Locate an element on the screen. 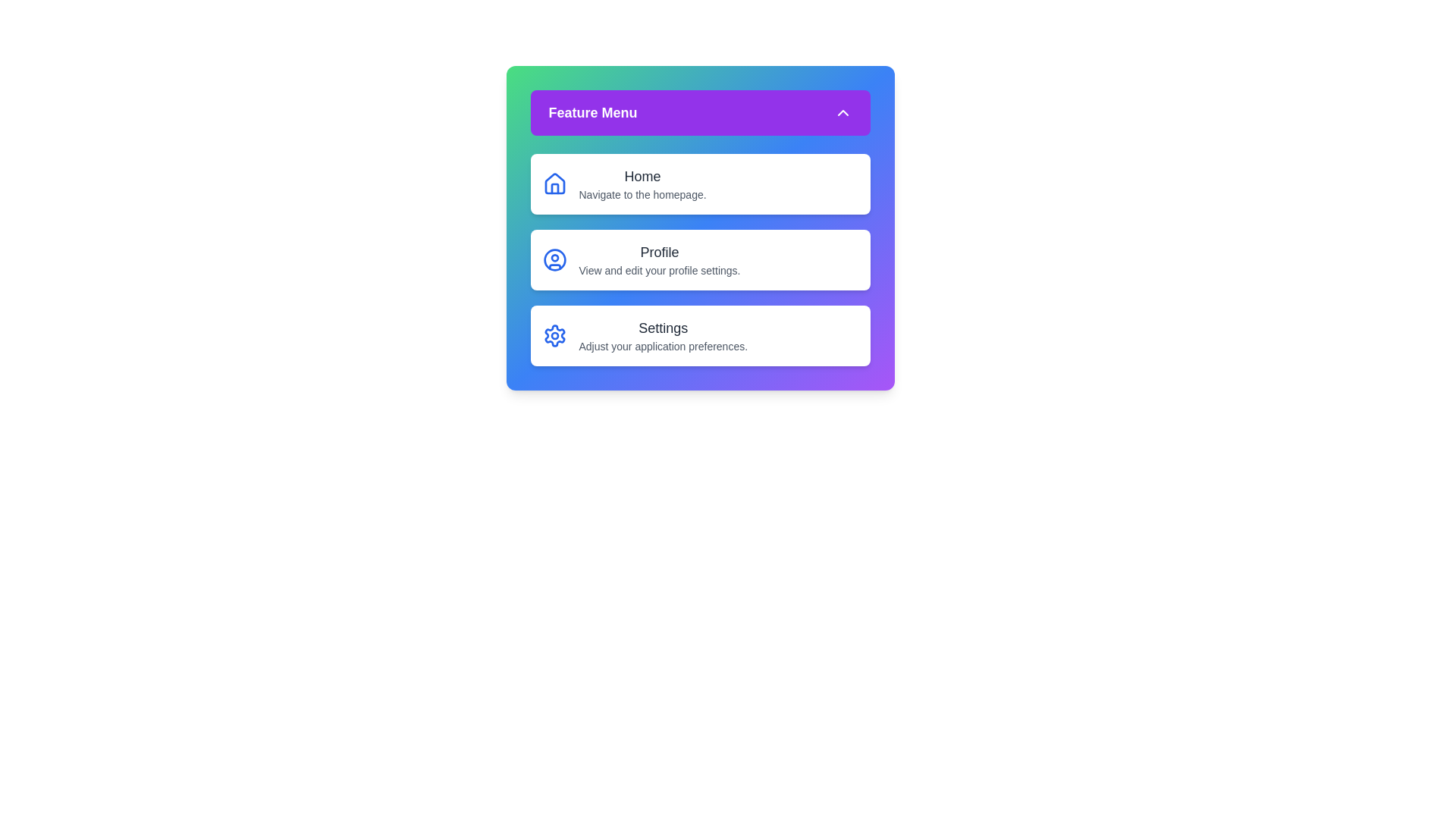  the Feature Menu button to toggle the menu visibility is located at coordinates (699, 112).